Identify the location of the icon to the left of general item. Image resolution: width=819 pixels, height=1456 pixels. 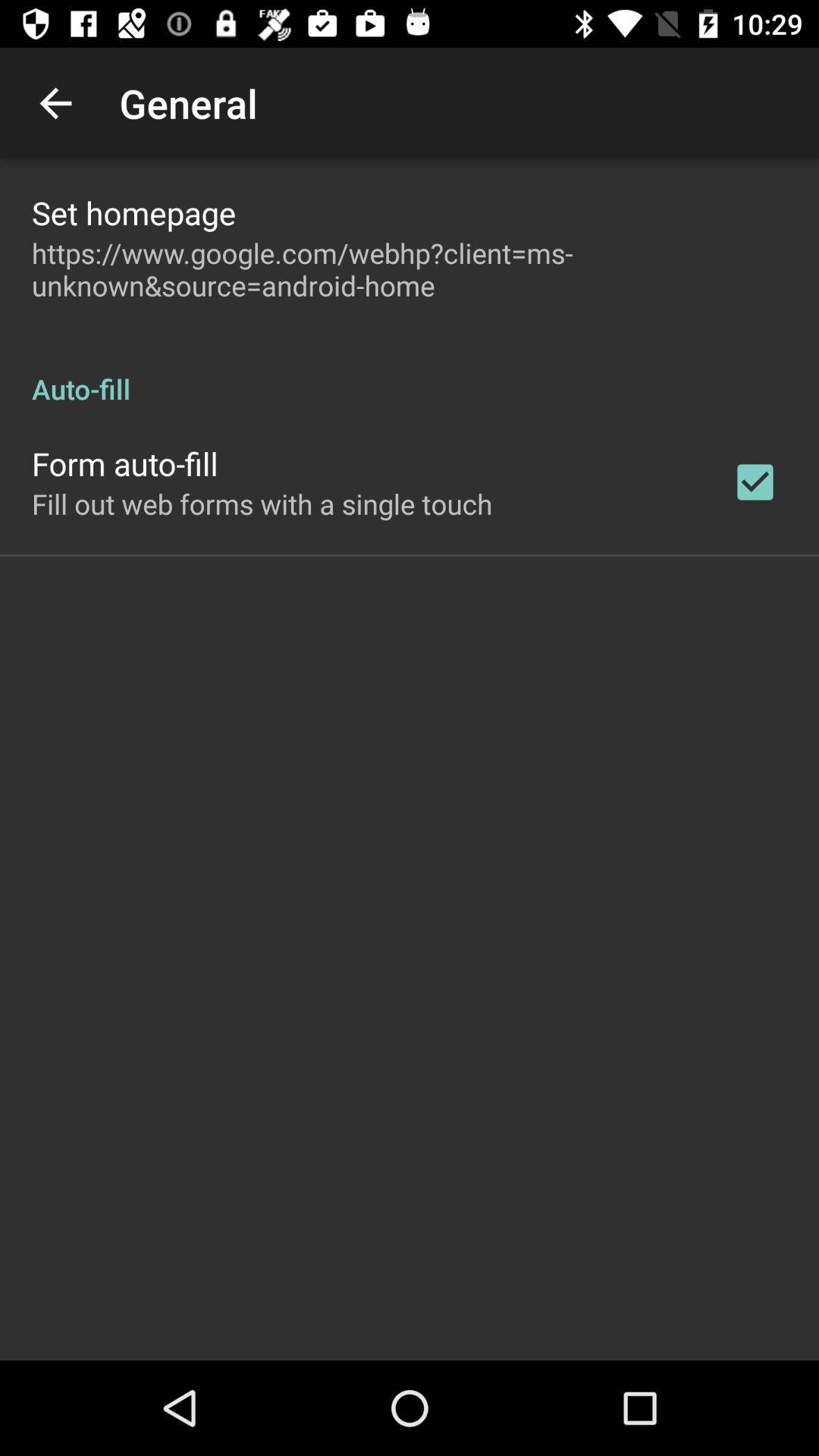
(55, 102).